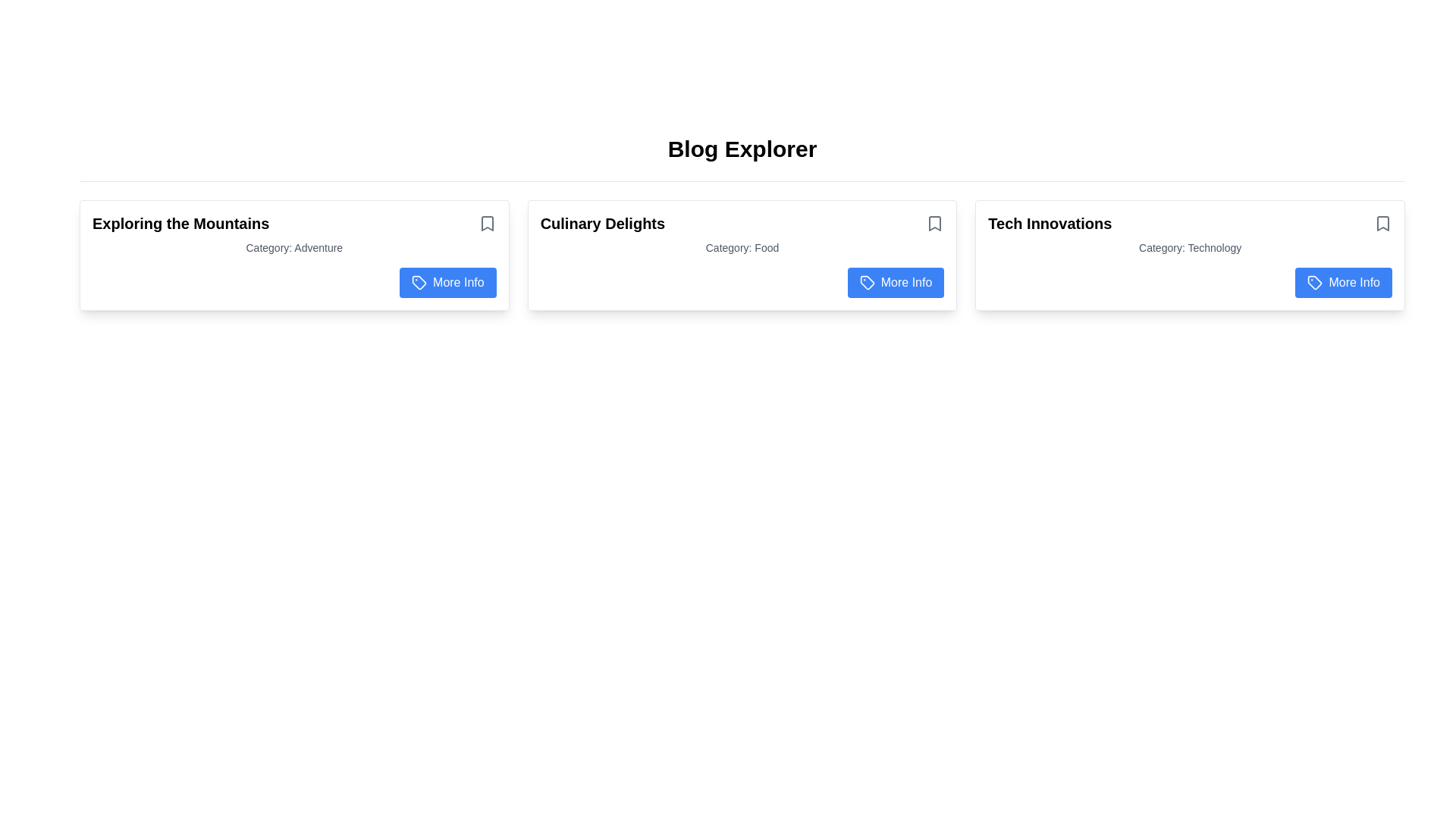 The width and height of the screenshot is (1456, 819). I want to click on the button in the bottom-right corner of the second card labeled 'Category: Food', so click(896, 283).